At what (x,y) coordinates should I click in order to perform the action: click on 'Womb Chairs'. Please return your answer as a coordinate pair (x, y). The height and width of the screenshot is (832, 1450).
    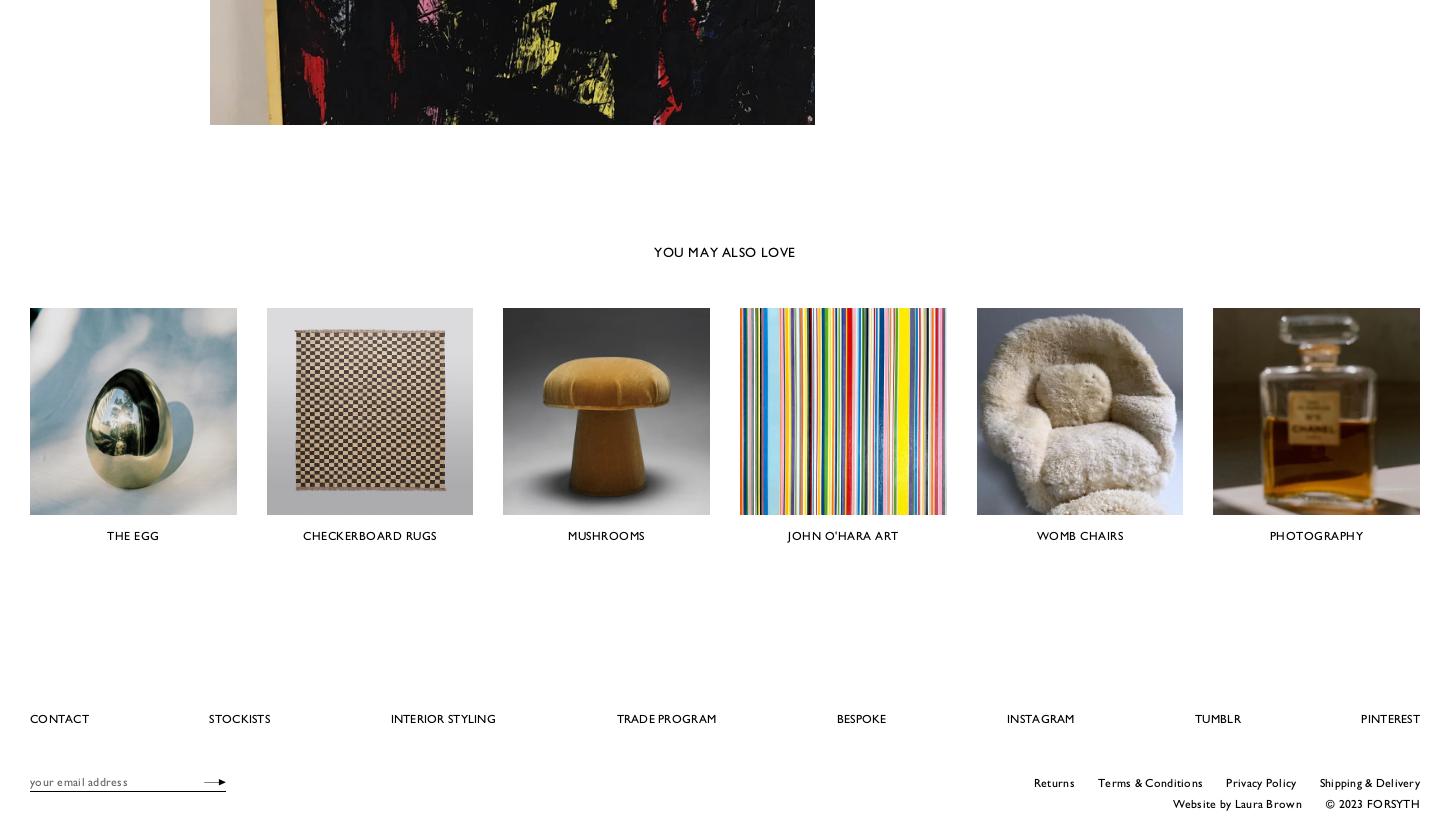
    Looking at the image, I should click on (1079, 533).